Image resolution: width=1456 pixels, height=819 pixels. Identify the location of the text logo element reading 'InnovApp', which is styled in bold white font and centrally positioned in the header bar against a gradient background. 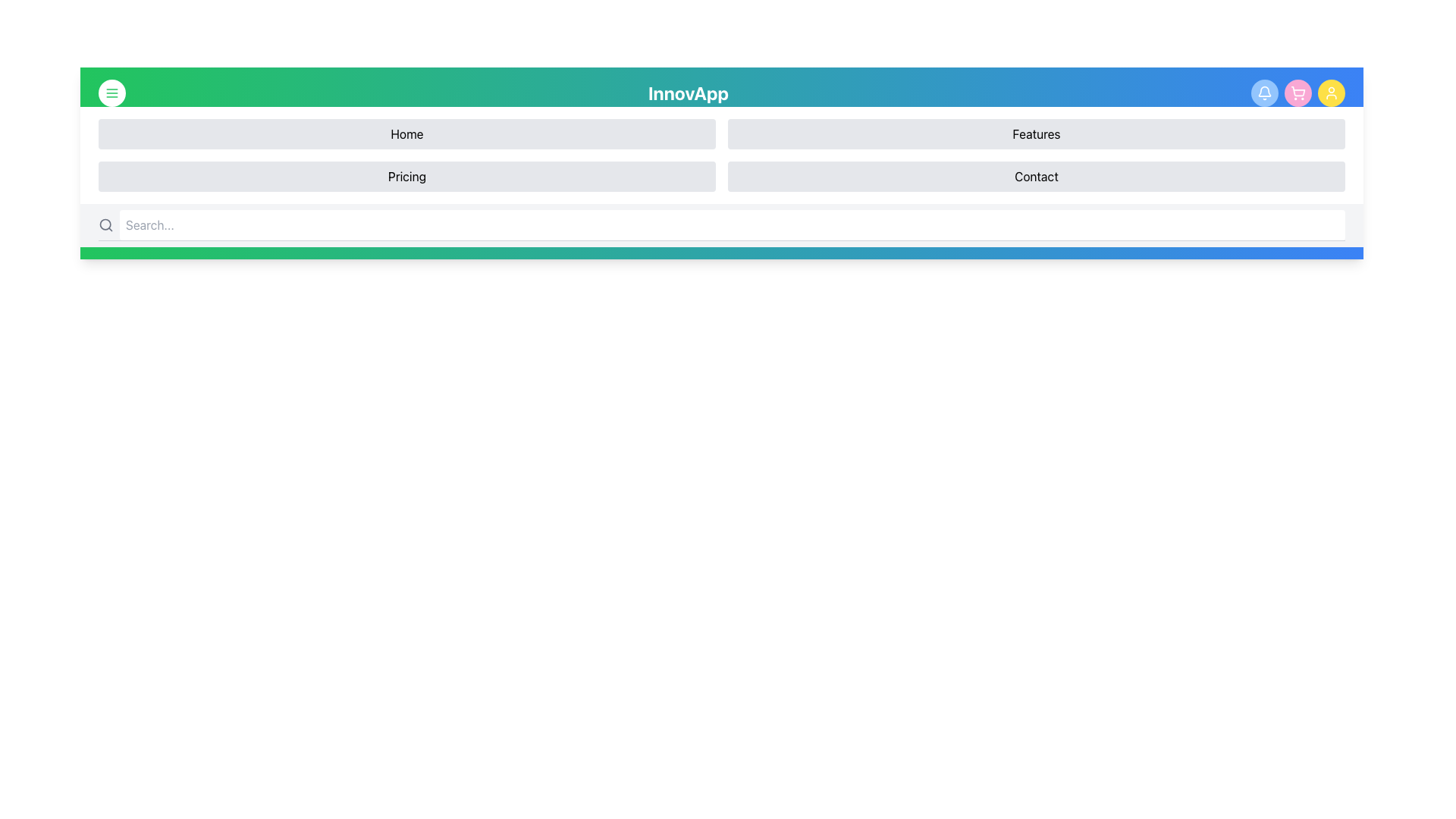
(720, 93).